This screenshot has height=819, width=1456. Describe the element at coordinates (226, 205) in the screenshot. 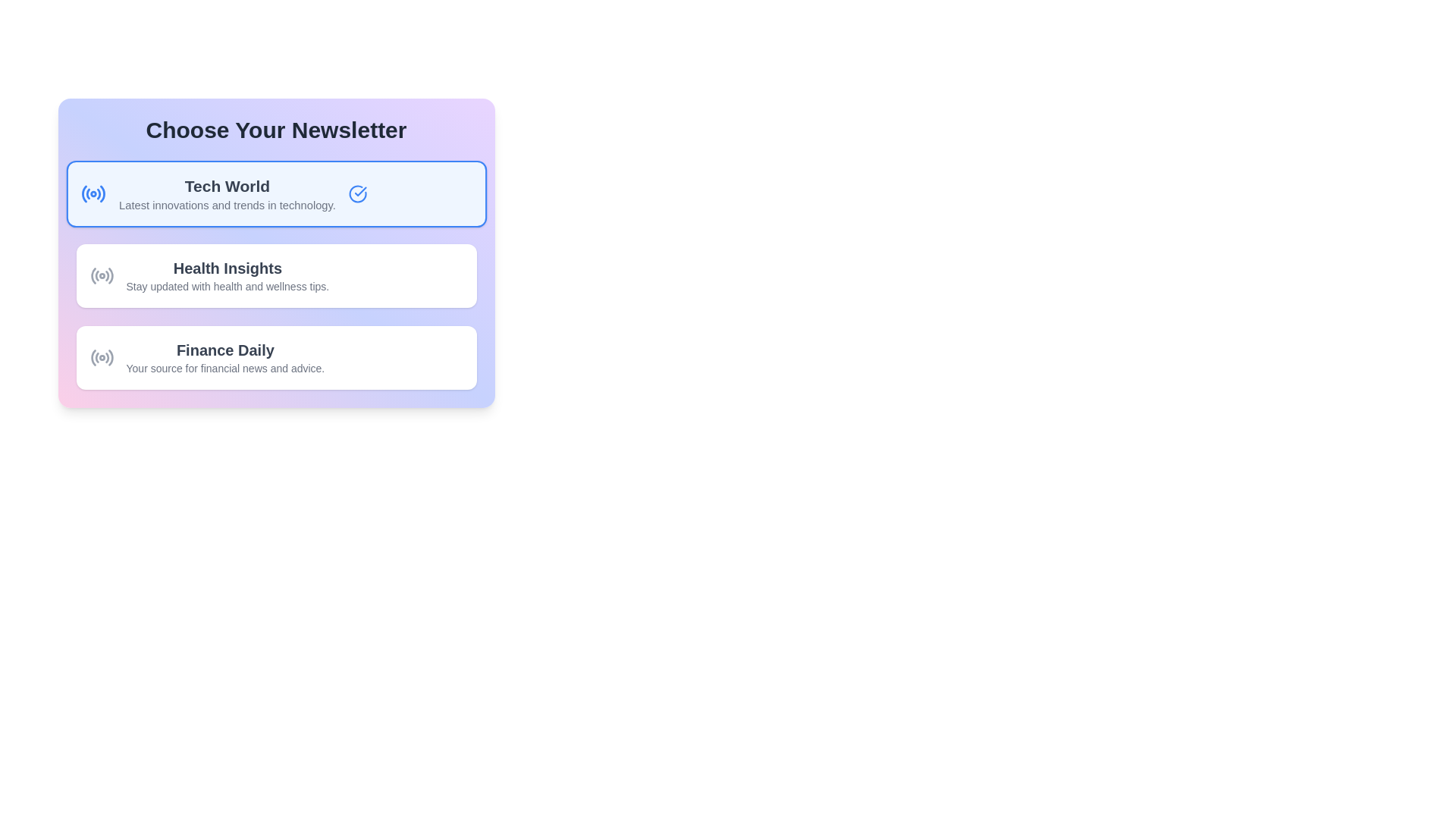

I see `the text label displaying 'Latest innovations and trends in technology.'` at that location.